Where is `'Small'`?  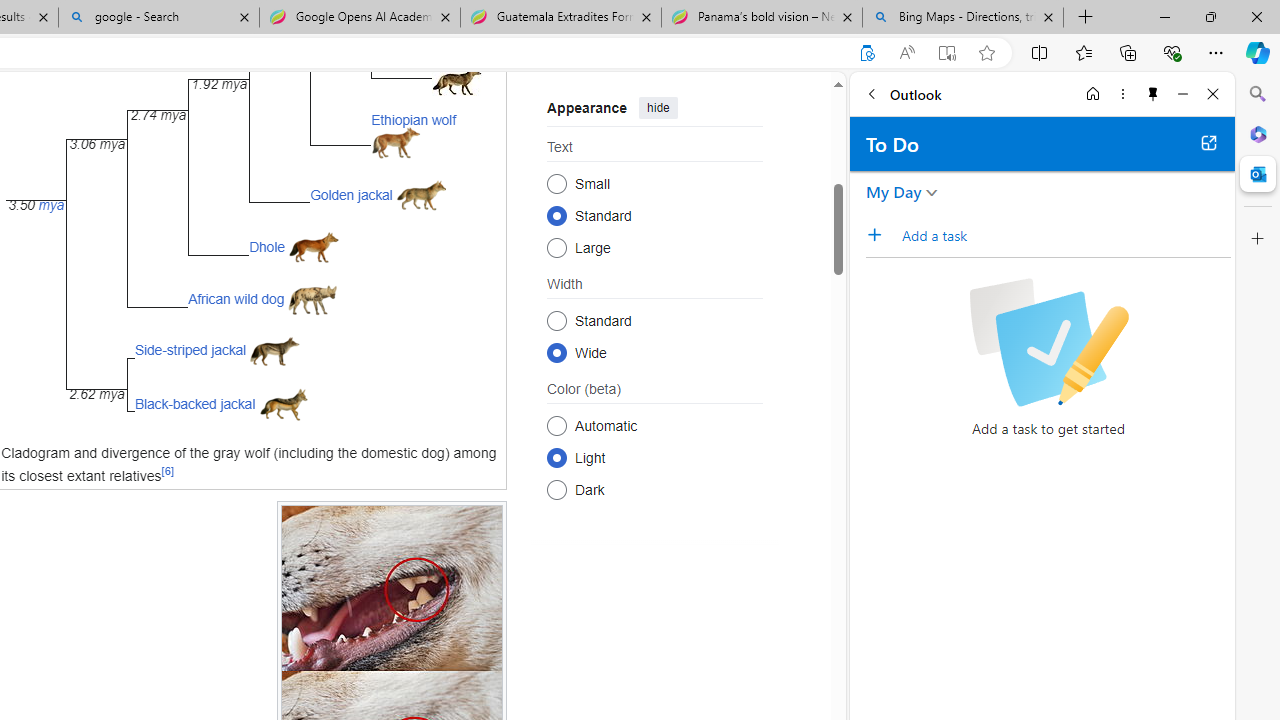 'Small' is located at coordinates (556, 183).